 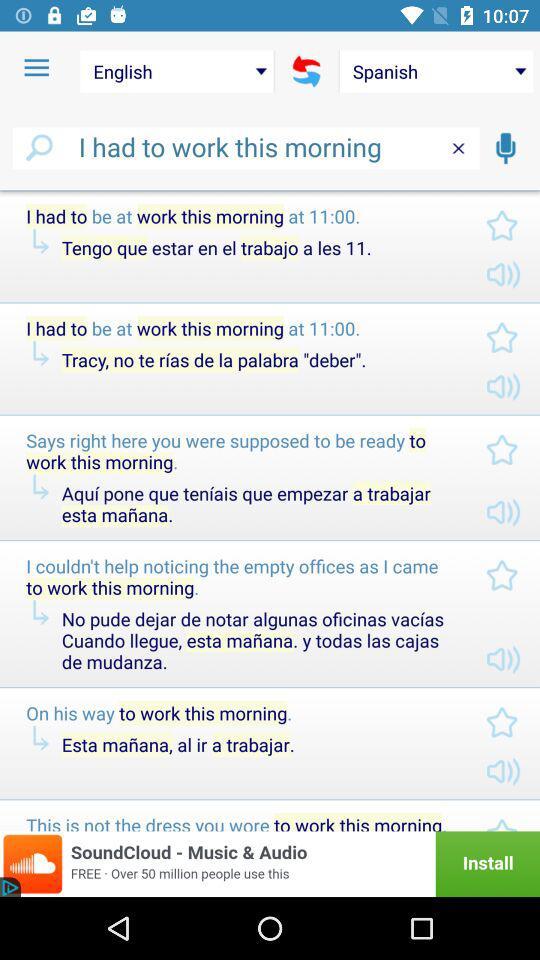 I want to click on switch translate option, so click(x=306, y=71).